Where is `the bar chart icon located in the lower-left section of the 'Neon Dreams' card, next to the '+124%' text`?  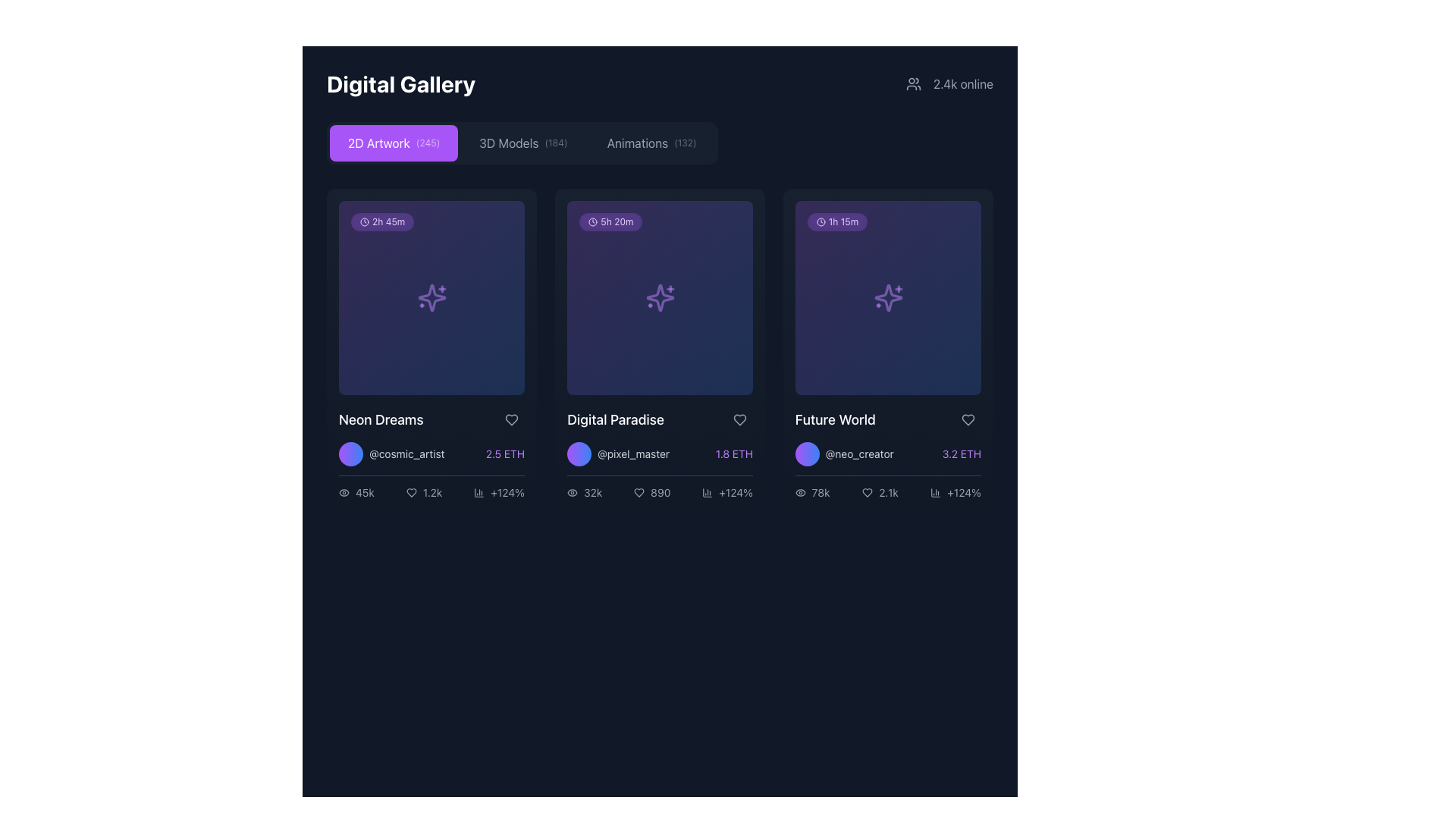
the bar chart icon located in the lower-left section of the 'Neon Dreams' card, next to the '+124%' text is located at coordinates (479, 493).